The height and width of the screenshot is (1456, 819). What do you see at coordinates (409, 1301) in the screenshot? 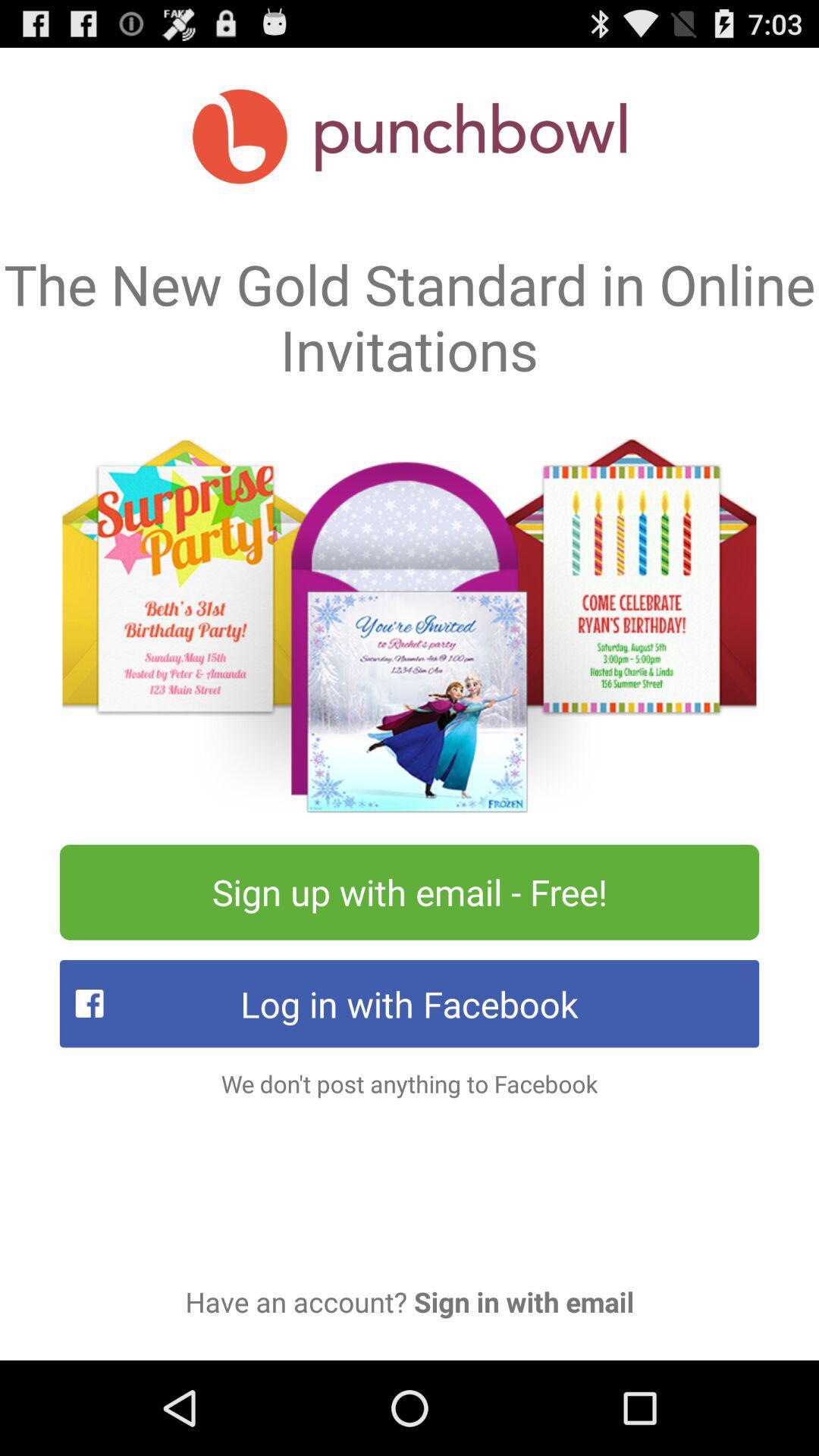
I see `icon below we don t` at bounding box center [409, 1301].